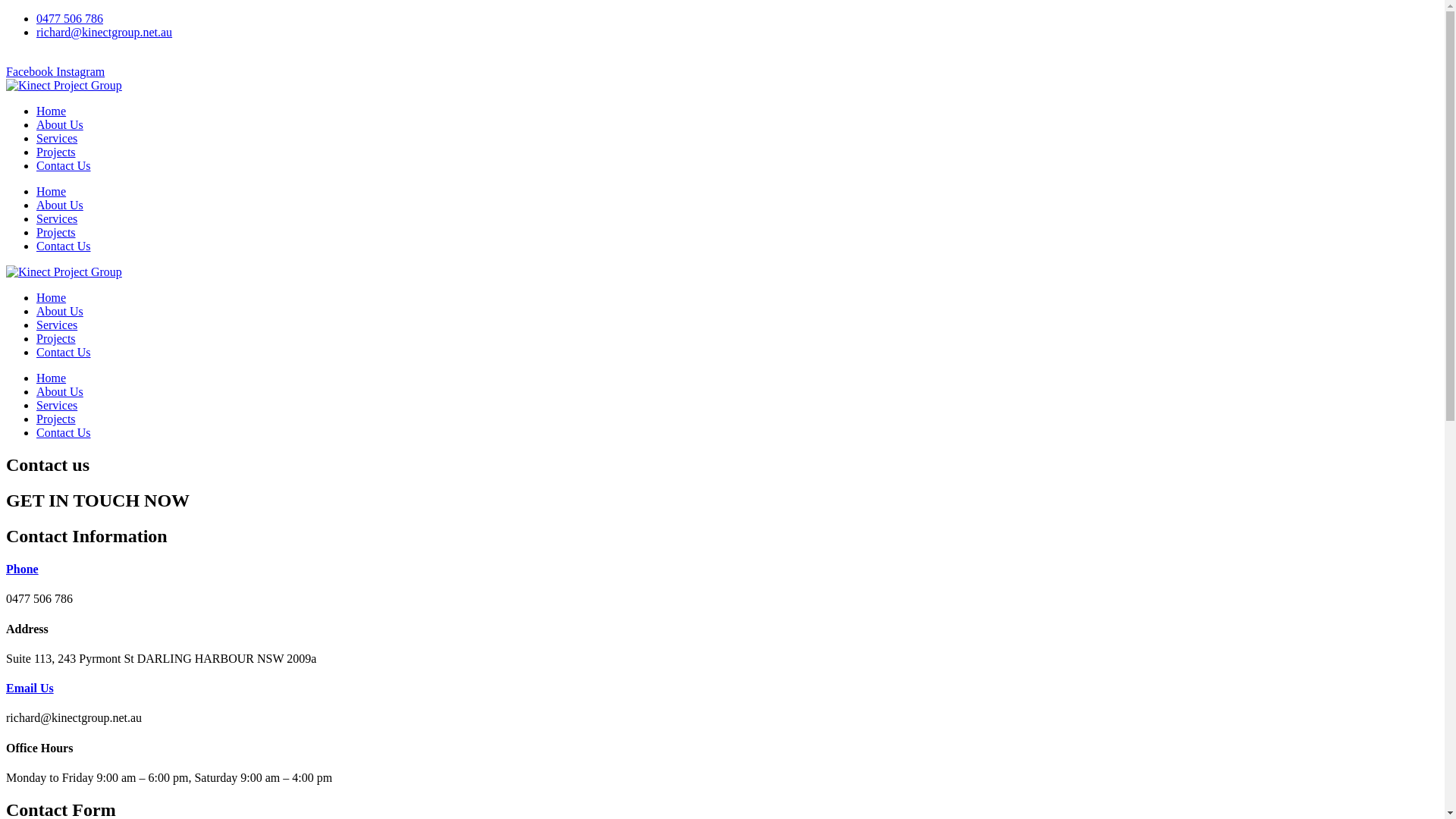 The width and height of the screenshot is (1456, 819). Describe the element at coordinates (57, 404) in the screenshot. I see `'Services'` at that location.